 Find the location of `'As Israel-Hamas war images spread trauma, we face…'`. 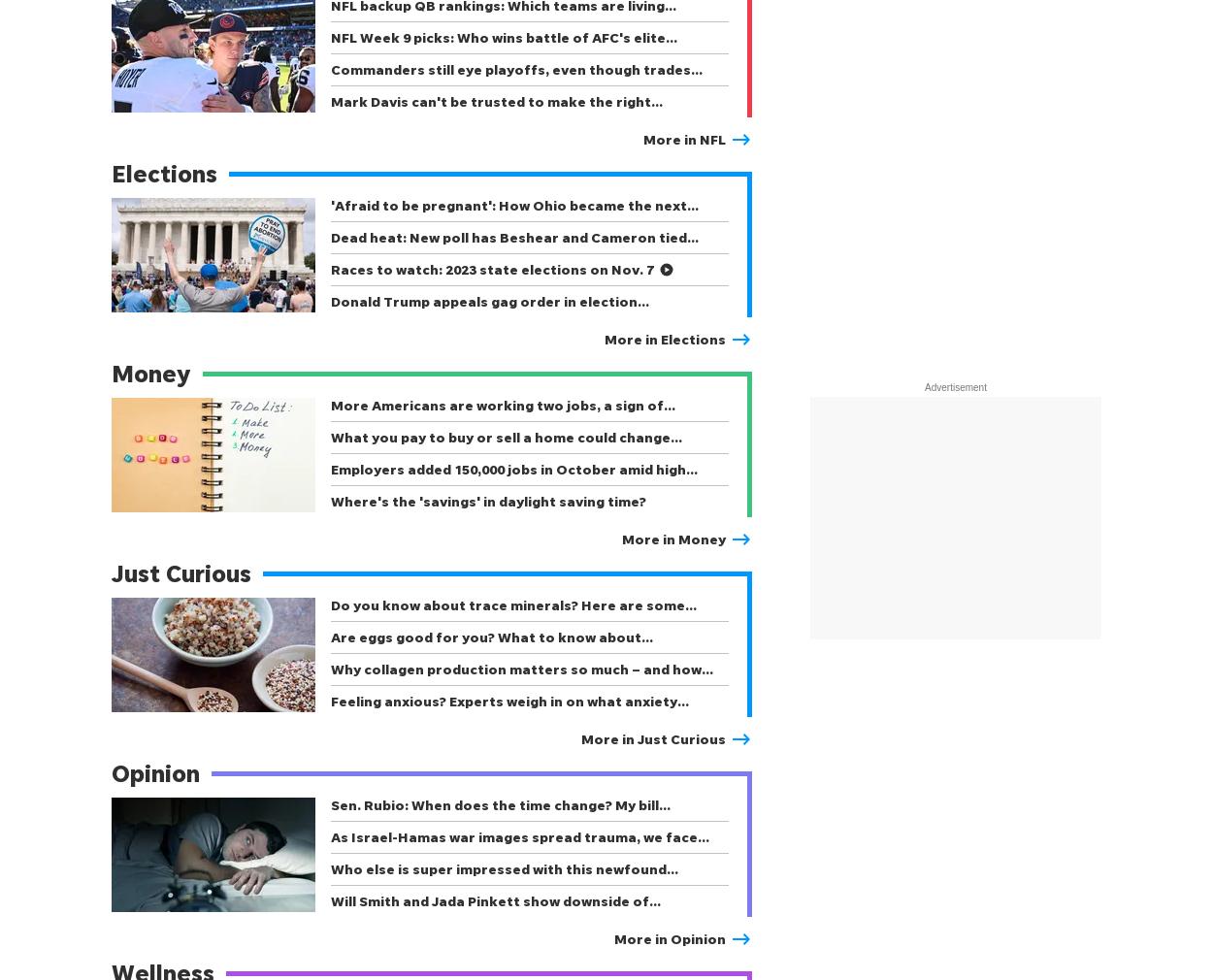

'As Israel-Hamas war images spread trauma, we face…' is located at coordinates (520, 836).